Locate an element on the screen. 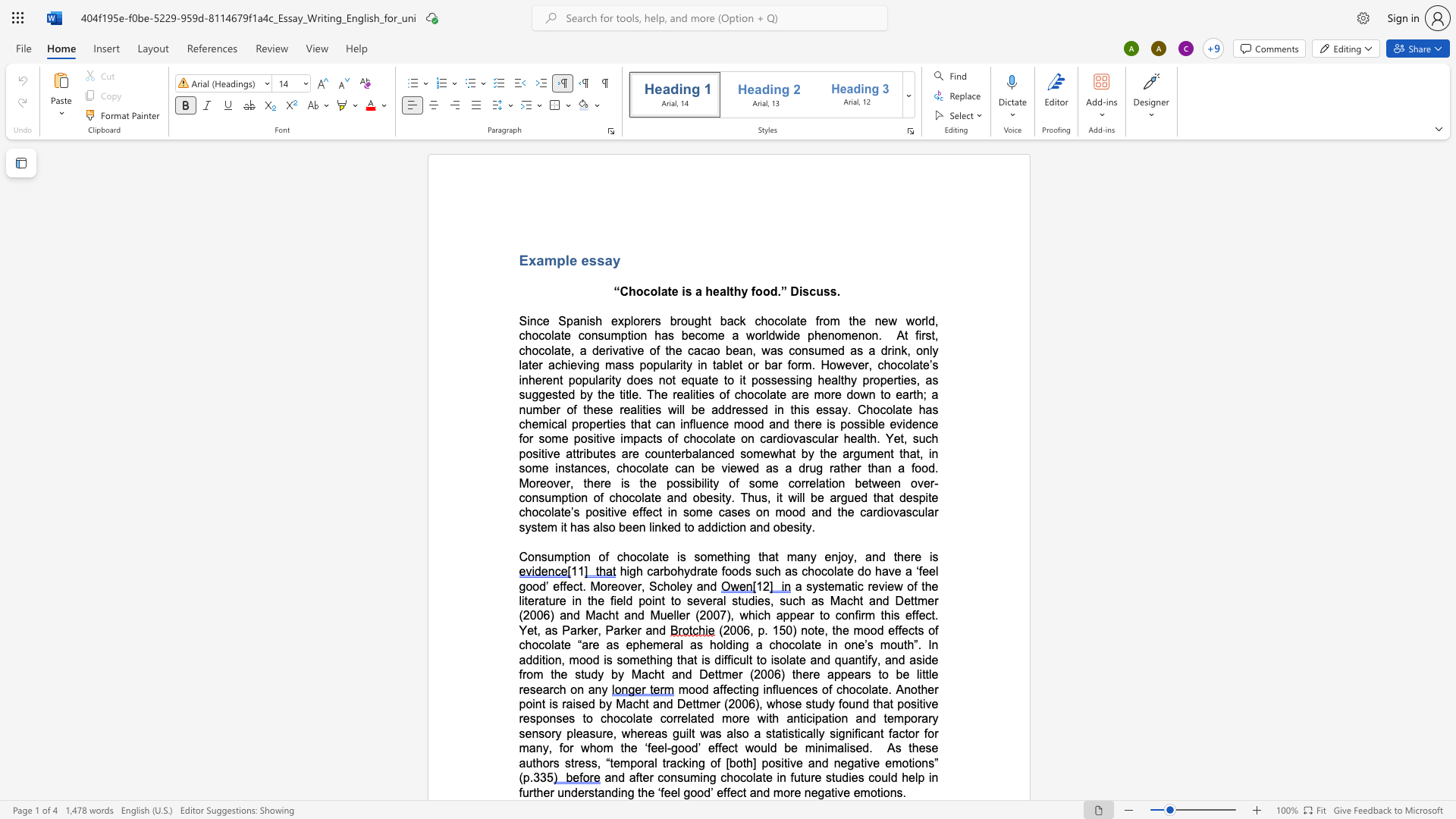 This screenshot has height=819, width=1456. the space between the continuous character "D" and "i" in the text is located at coordinates (797, 291).